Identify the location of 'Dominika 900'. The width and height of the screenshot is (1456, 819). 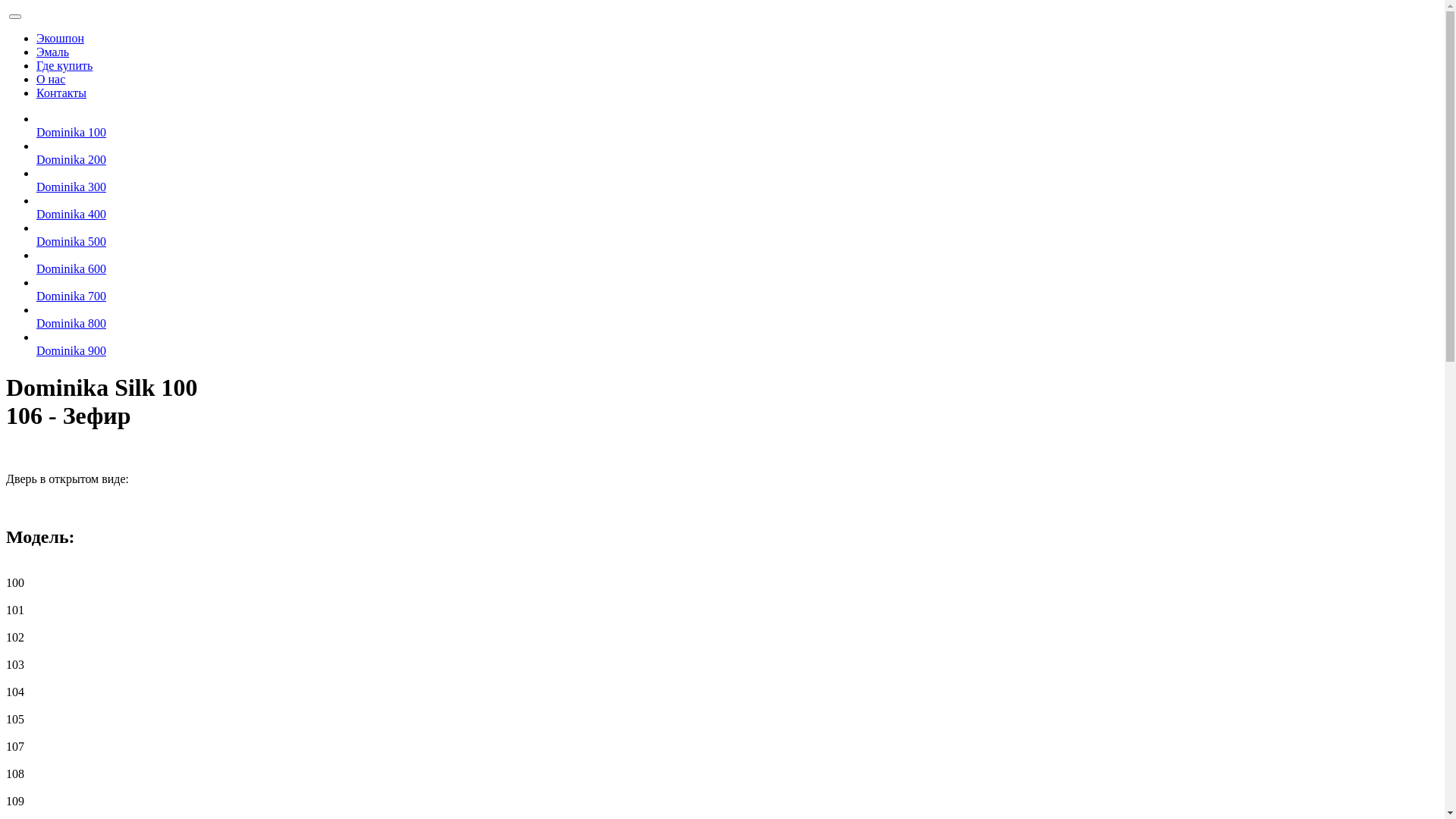
(71, 350).